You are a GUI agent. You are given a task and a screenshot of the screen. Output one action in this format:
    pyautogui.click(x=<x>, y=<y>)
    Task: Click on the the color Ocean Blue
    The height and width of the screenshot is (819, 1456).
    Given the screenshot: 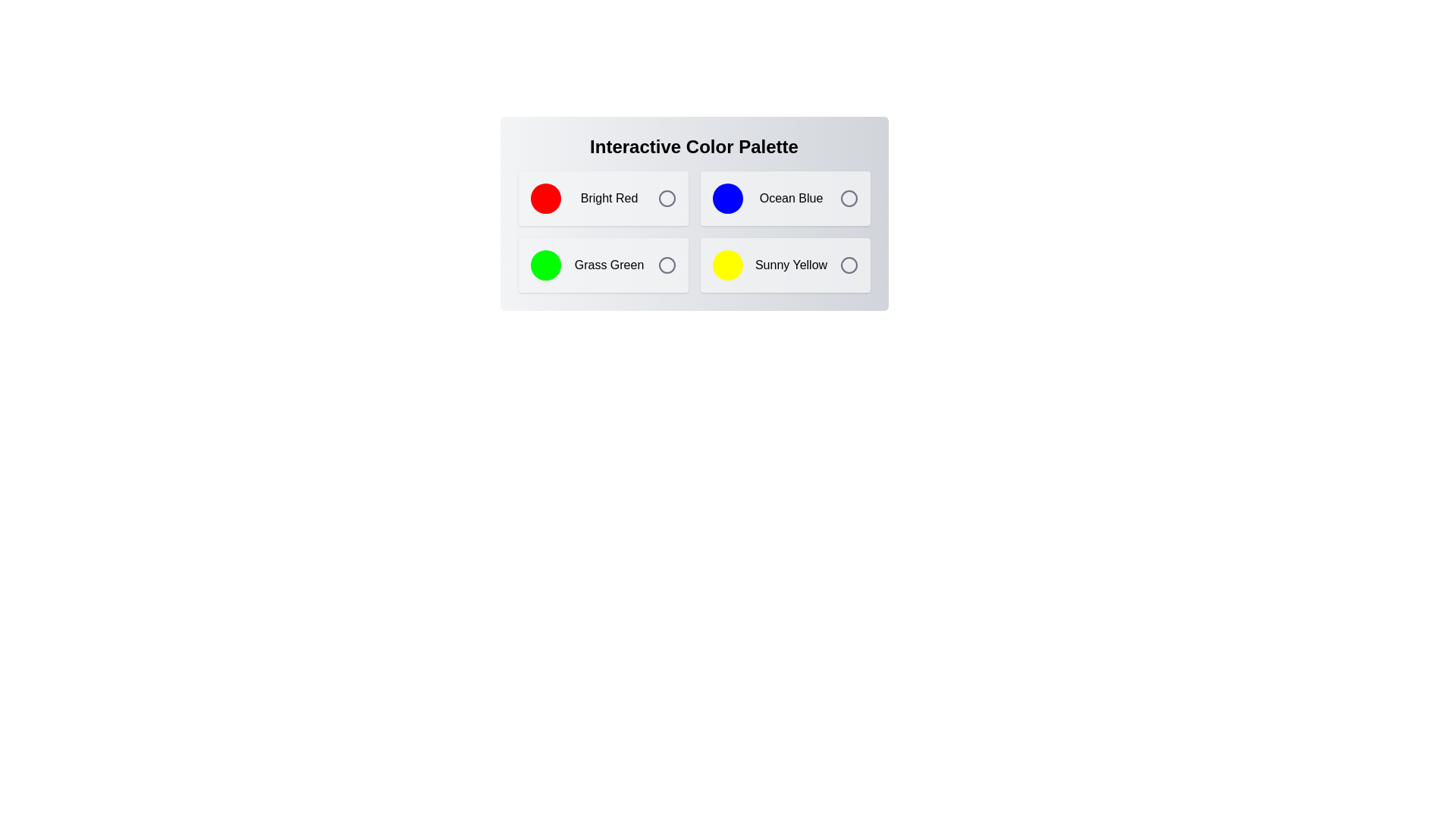 What is the action you would take?
    pyautogui.click(x=785, y=198)
    